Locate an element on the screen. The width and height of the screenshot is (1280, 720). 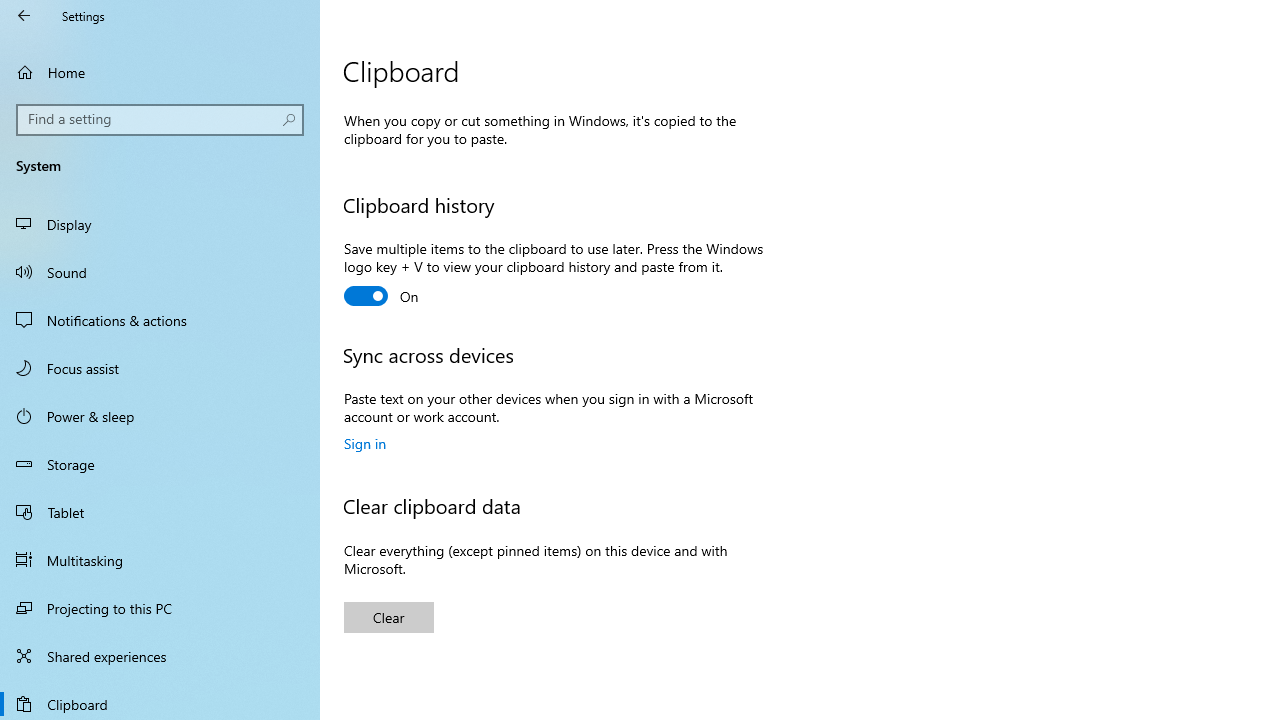
'Projecting to this PC' is located at coordinates (160, 607).